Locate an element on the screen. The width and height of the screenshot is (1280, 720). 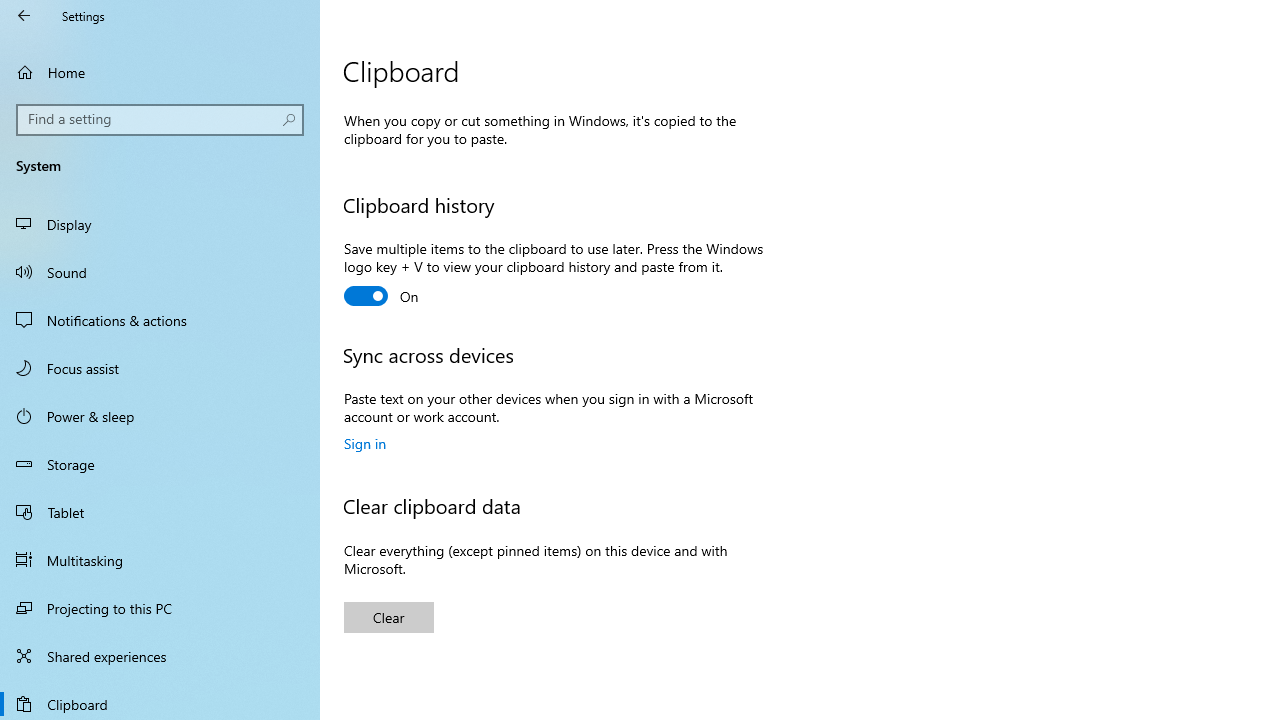
'Projecting to this PC' is located at coordinates (160, 607).